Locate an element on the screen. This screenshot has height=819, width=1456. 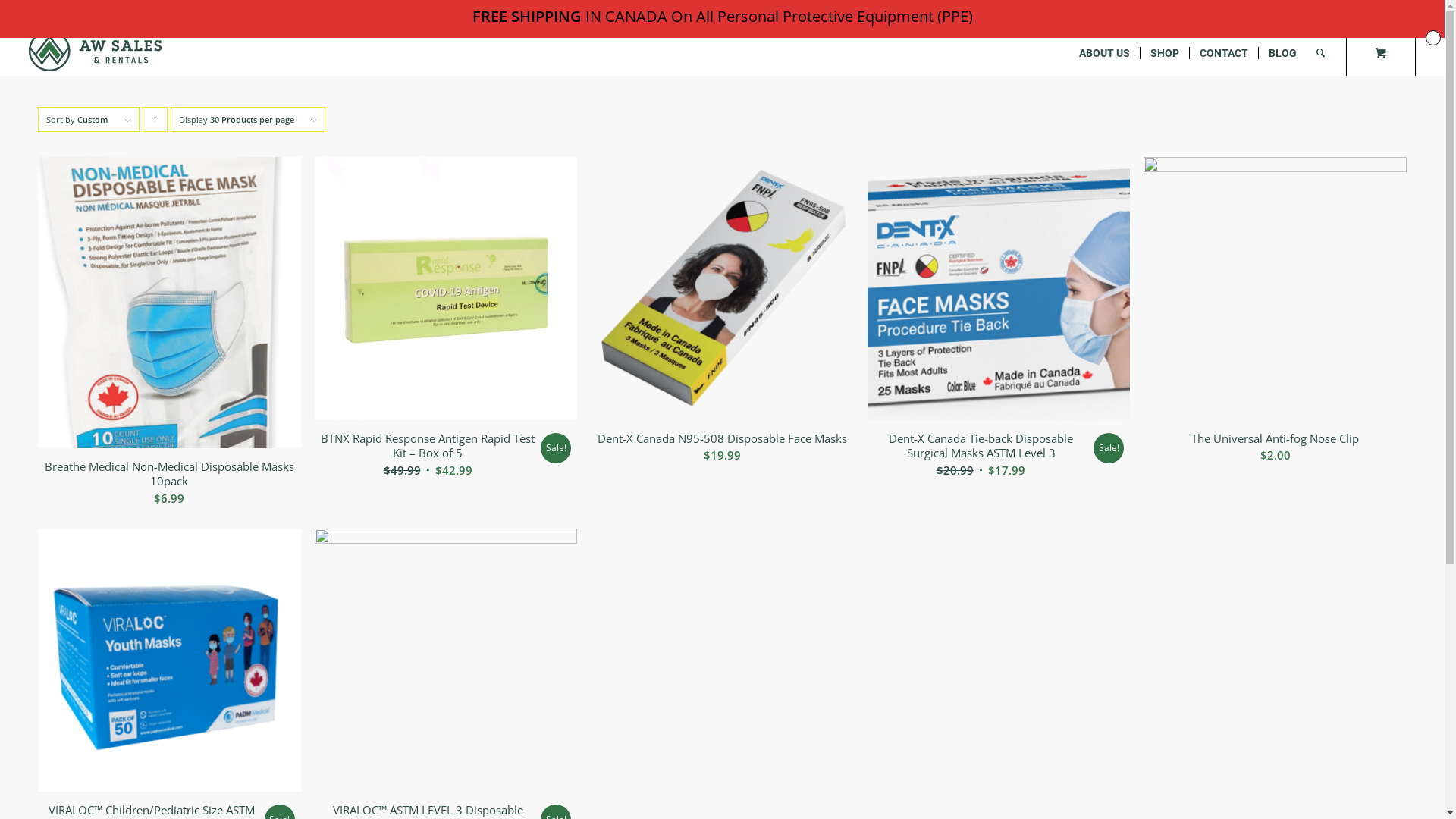
'The Universal Anti-fog Nose Clip is located at coordinates (1274, 314).